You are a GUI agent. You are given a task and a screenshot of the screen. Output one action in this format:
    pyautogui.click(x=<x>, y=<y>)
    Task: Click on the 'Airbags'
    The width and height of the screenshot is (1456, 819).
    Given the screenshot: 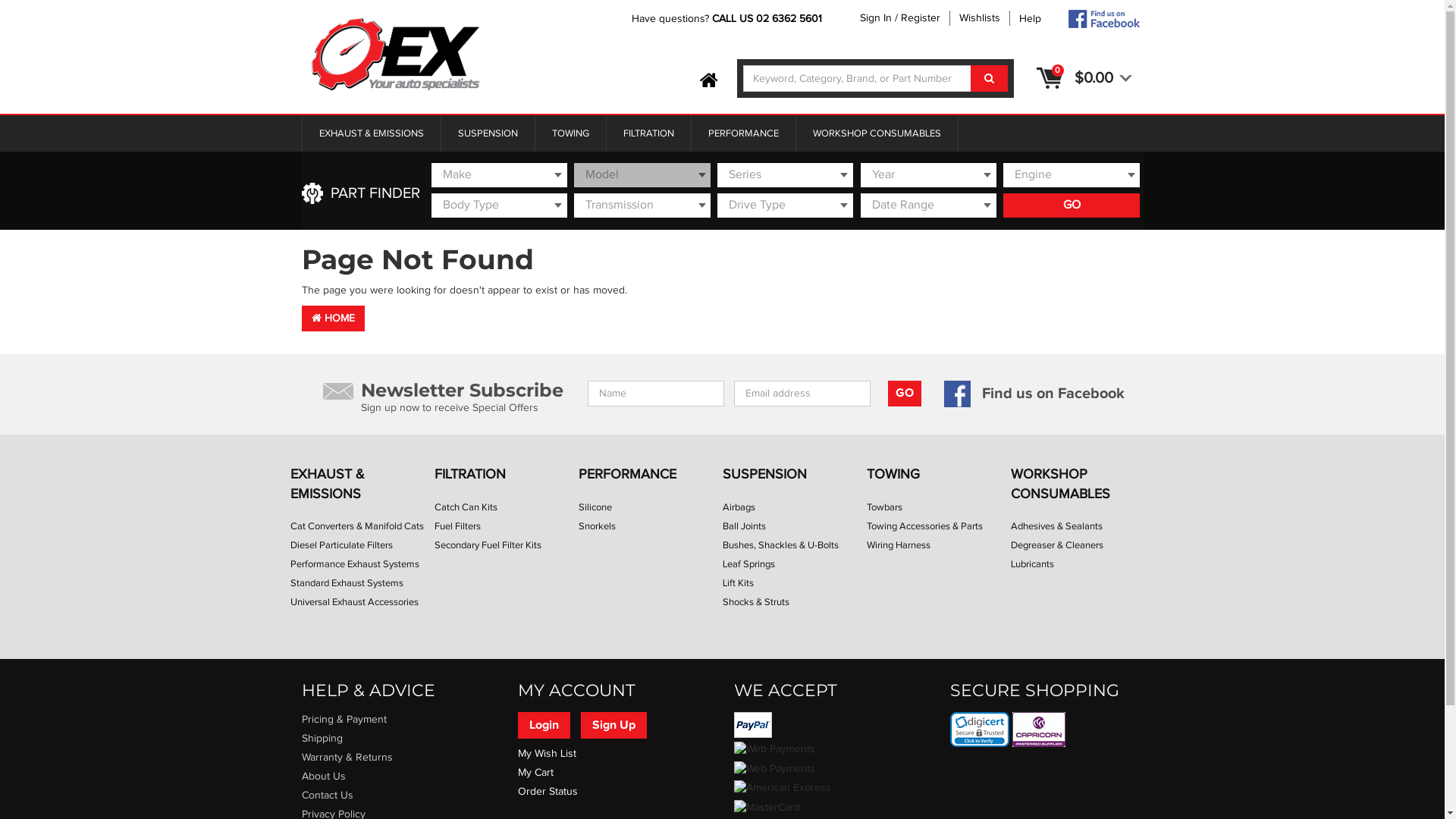 What is the action you would take?
    pyautogui.click(x=738, y=507)
    